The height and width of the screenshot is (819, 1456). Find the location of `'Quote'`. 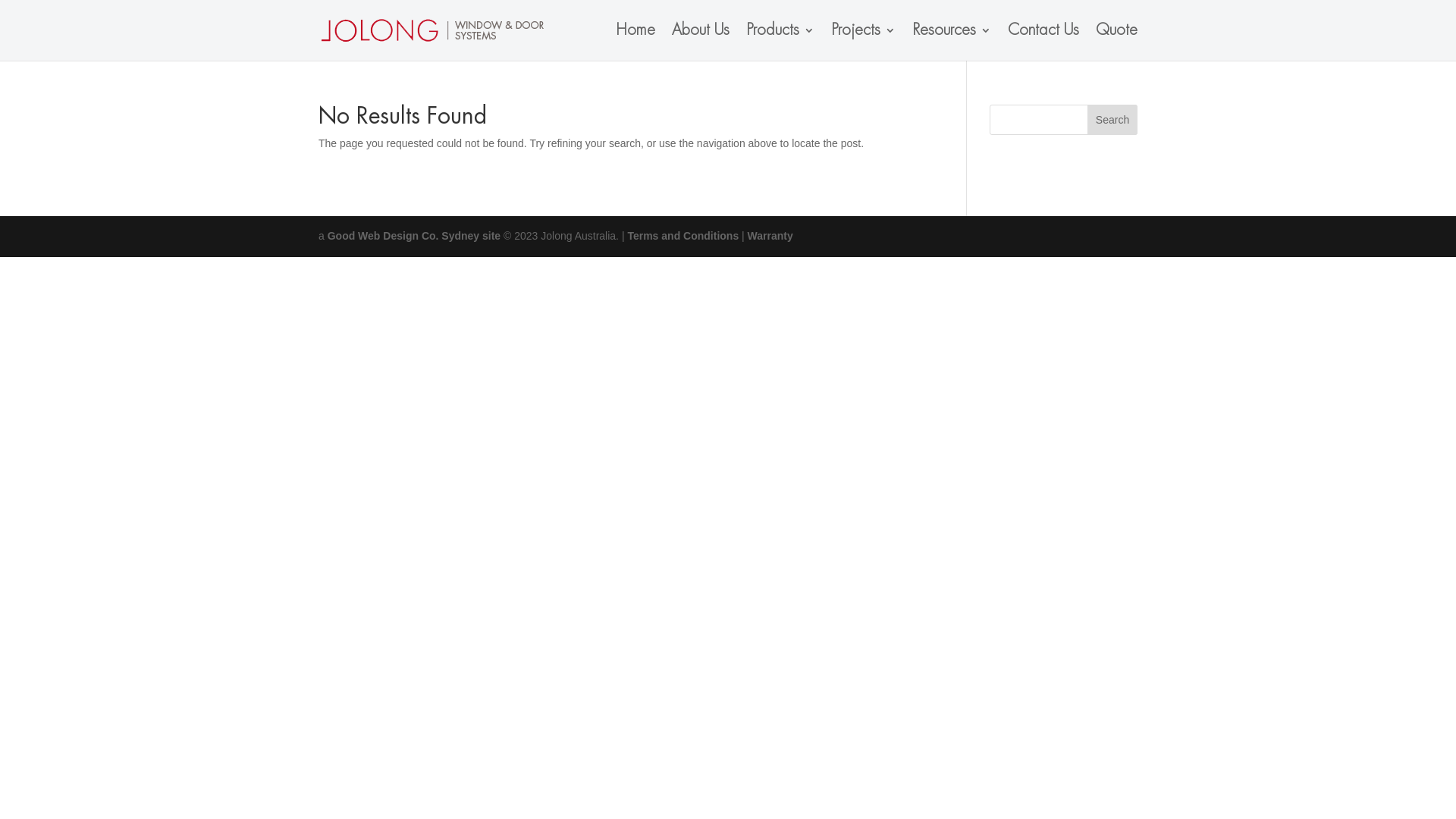

'Quote' is located at coordinates (1116, 42).